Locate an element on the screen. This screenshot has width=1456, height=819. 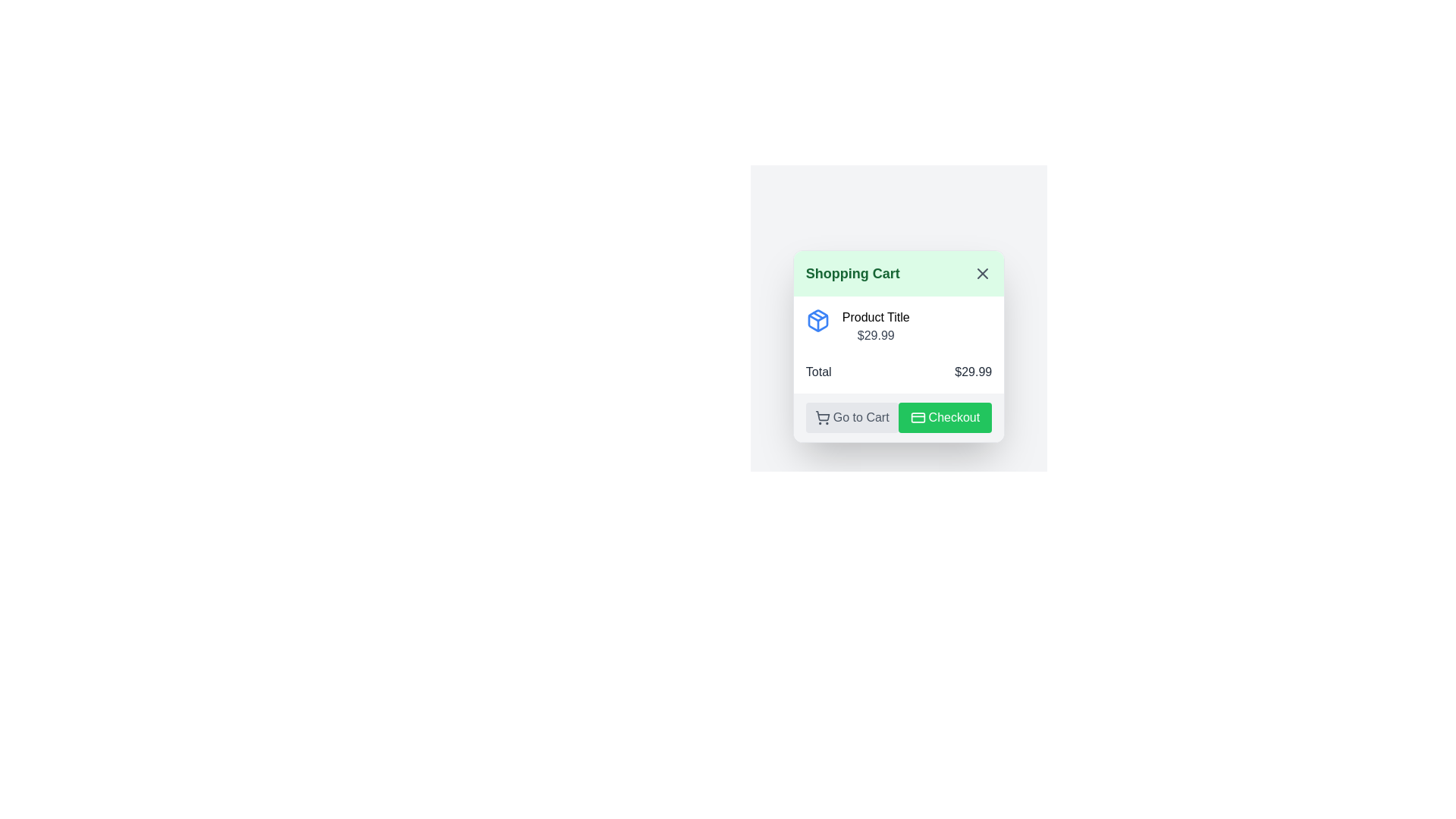
text displayed in the product name label located near the top-left section of the shopping cart box, to the right of the product icon and above the price label '$29.99' is located at coordinates (876, 317).